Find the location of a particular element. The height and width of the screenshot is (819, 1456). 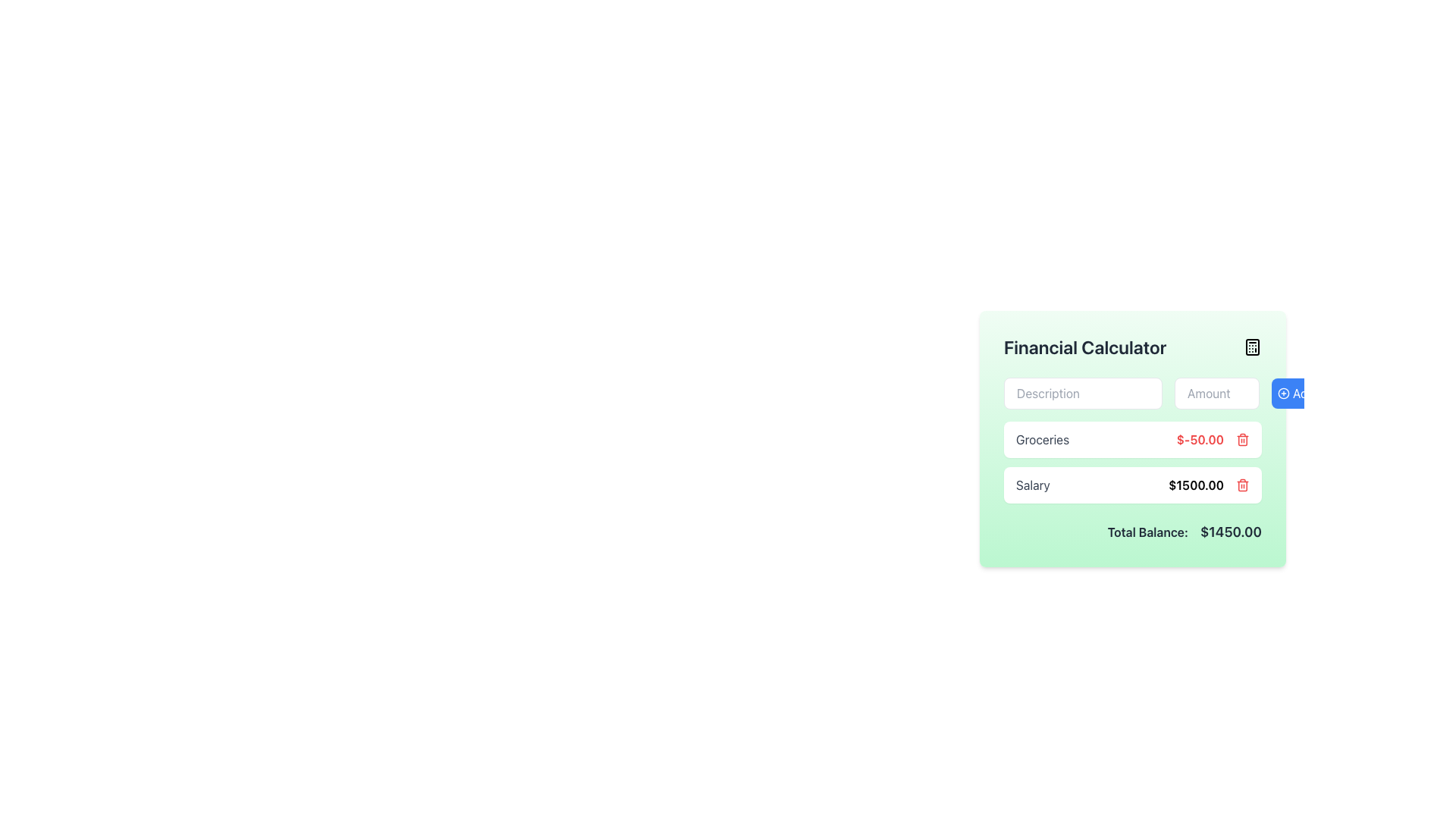

the button located at the rightmost end of a horizontal row in the financial calculator interface is located at coordinates (1295, 393).